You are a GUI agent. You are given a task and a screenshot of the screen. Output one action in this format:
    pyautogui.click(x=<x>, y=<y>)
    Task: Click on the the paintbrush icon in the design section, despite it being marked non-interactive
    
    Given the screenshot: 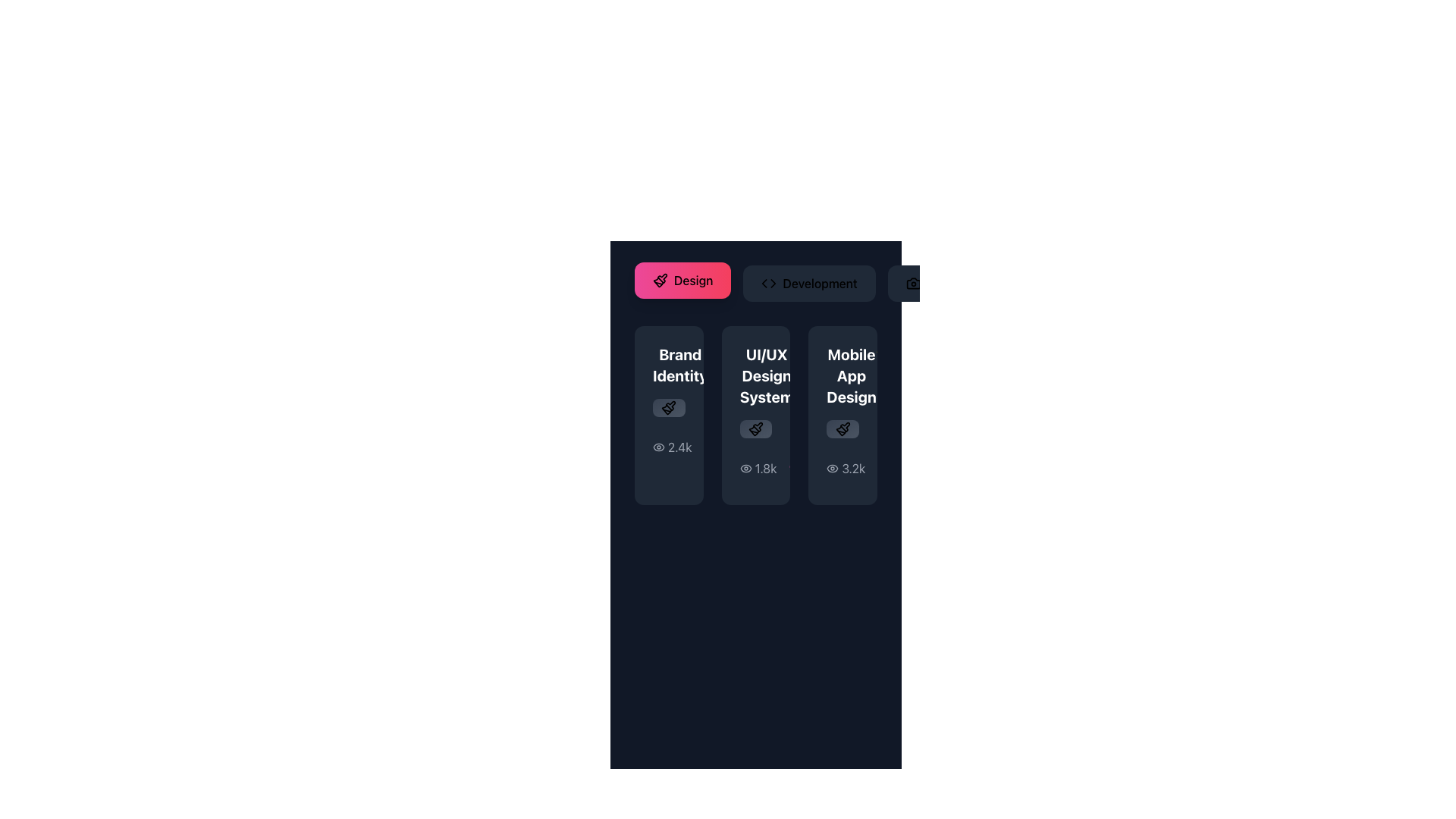 What is the action you would take?
    pyautogui.click(x=662, y=278)
    